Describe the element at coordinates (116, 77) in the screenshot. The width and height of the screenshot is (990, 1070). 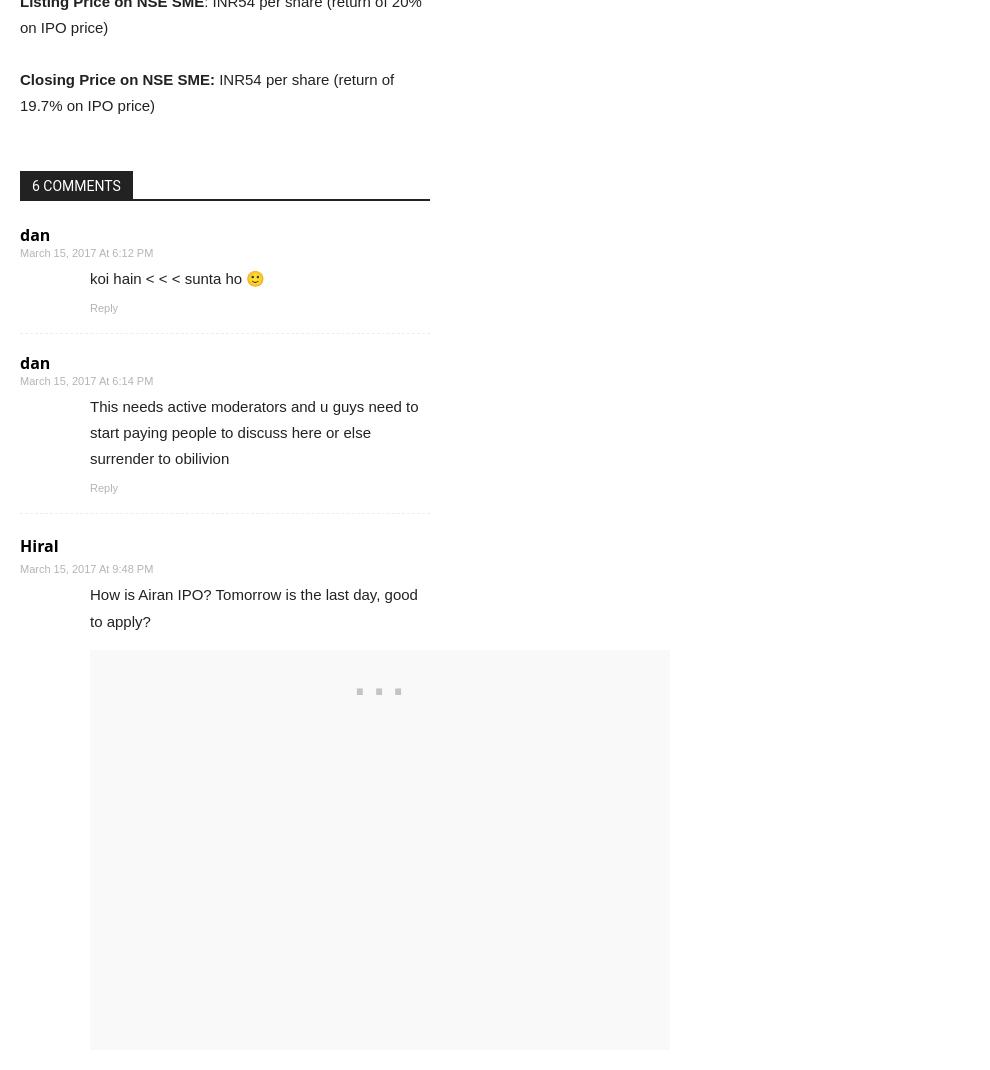
I see `'Closing Price on NSE SME:'` at that location.